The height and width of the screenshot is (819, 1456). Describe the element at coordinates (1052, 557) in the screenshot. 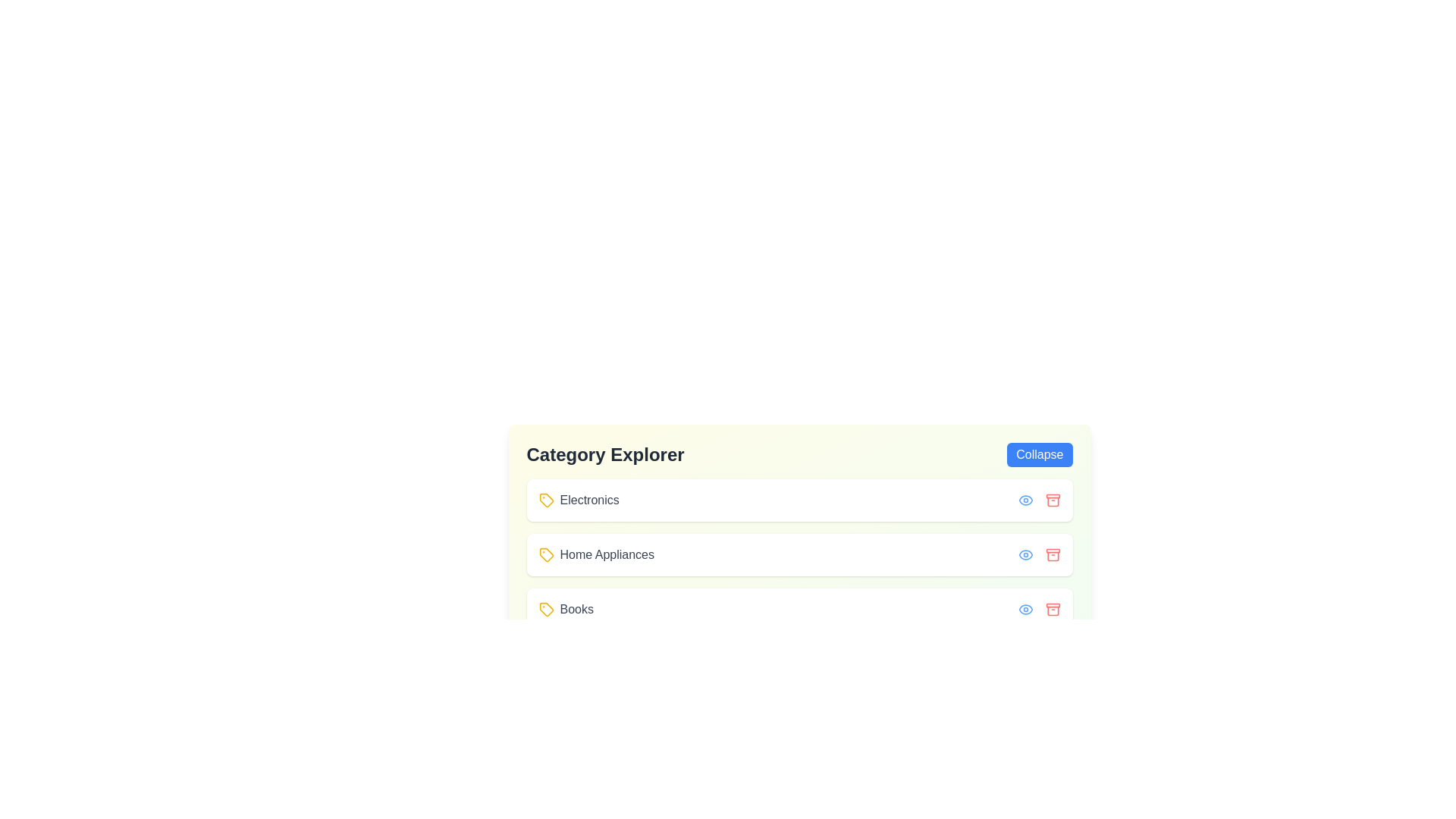

I see `the delete icon for the 'Home Appliances' category` at that location.